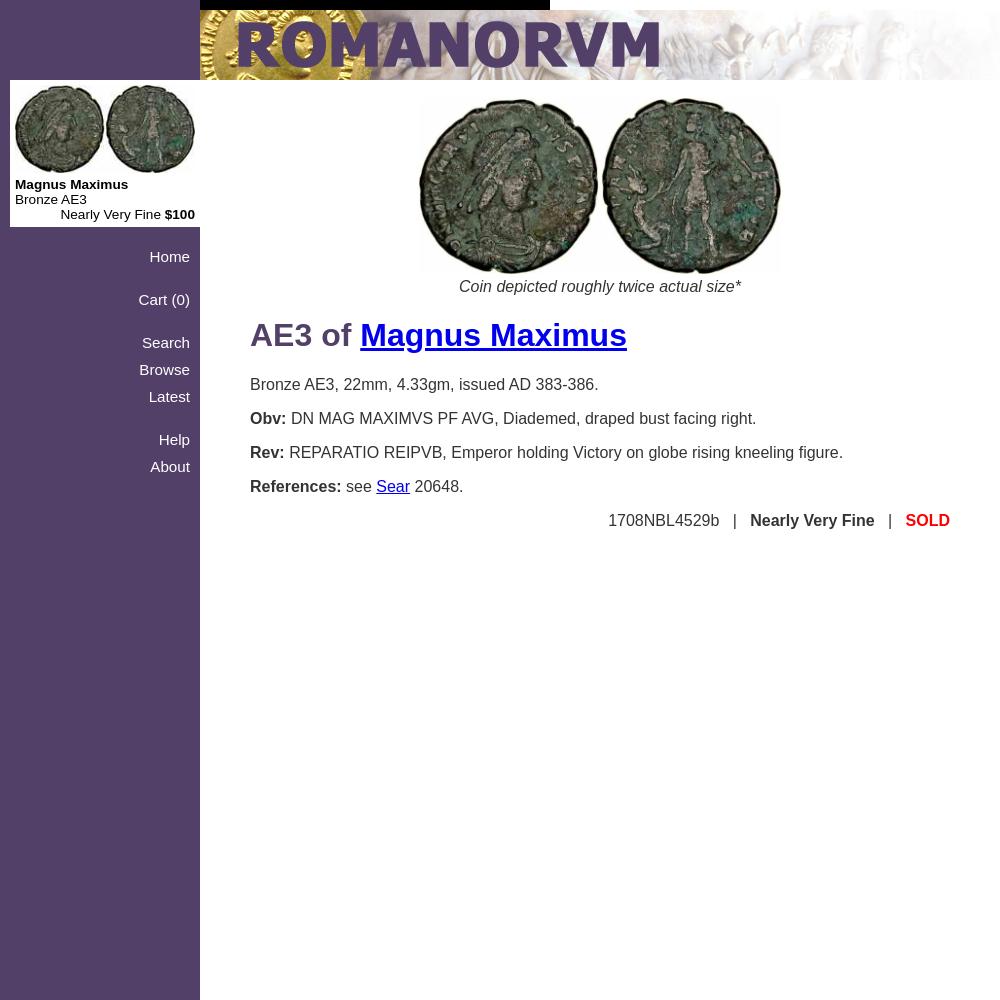 This screenshot has width=1000, height=1000. Describe the element at coordinates (562, 450) in the screenshot. I see `'REPARATIO REIPVB, Emperor holding Victory on globe rising kneeling figure.'` at that location.